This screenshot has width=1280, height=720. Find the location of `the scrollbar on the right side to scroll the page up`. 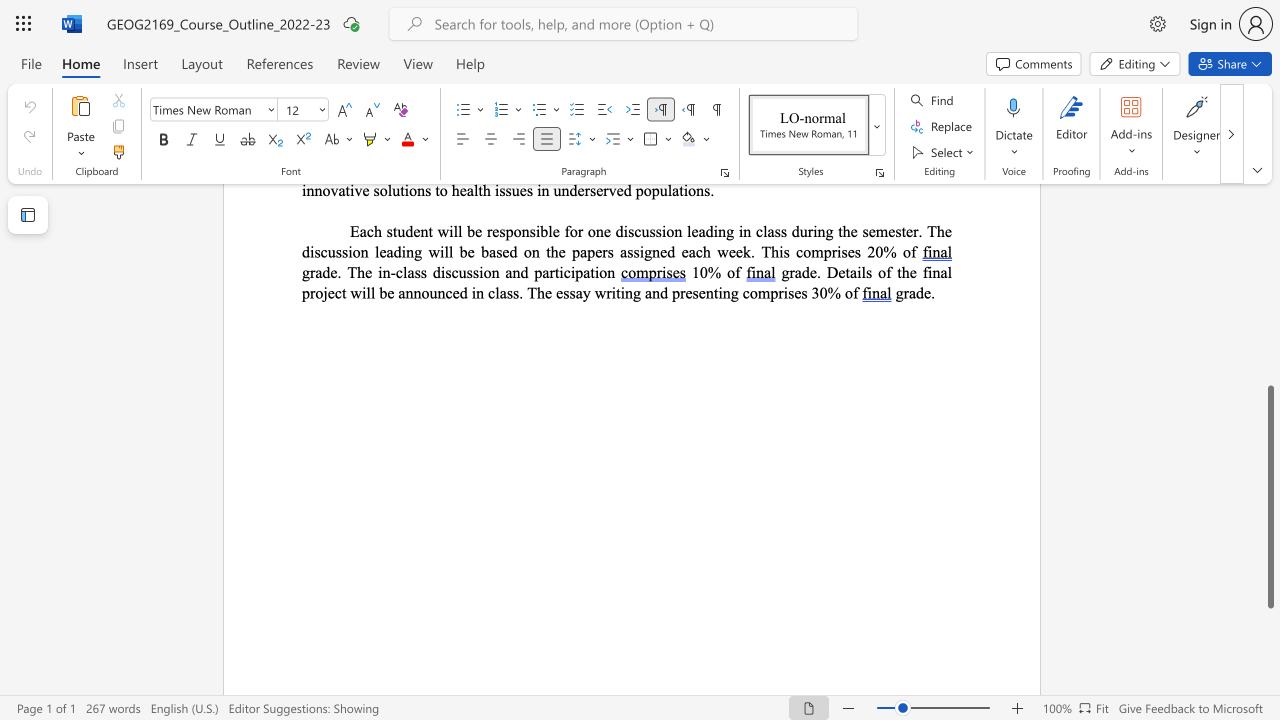

the scrollbar on the right side to scroll the page up is located at coordinates (1269, 290).